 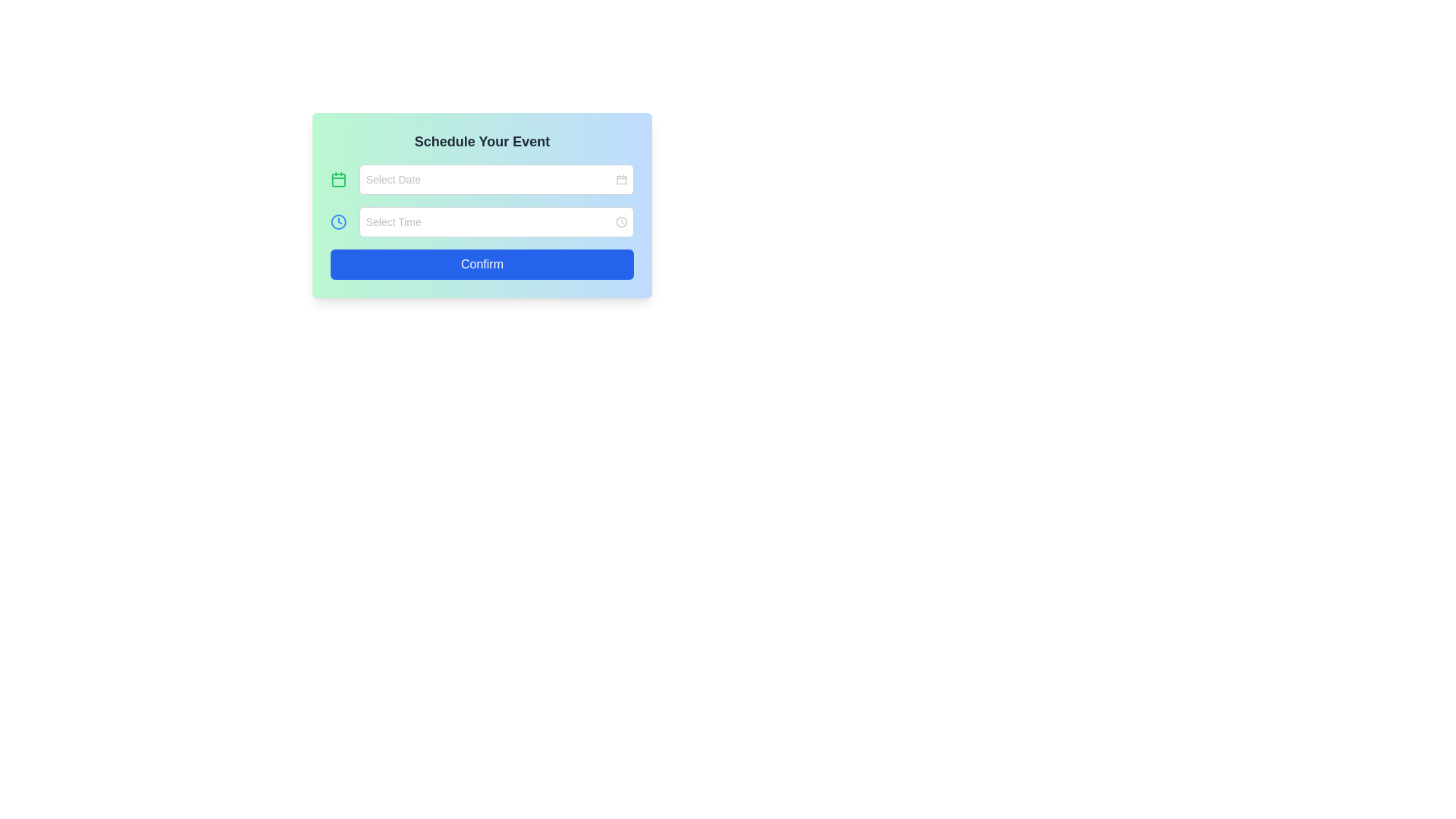 What do you see at coordinates (481, 263) in the screenshot?
I see `the confirmation button located at the bottom of the 'Schedule Your Event' panel` at bounding box center [481, 263].